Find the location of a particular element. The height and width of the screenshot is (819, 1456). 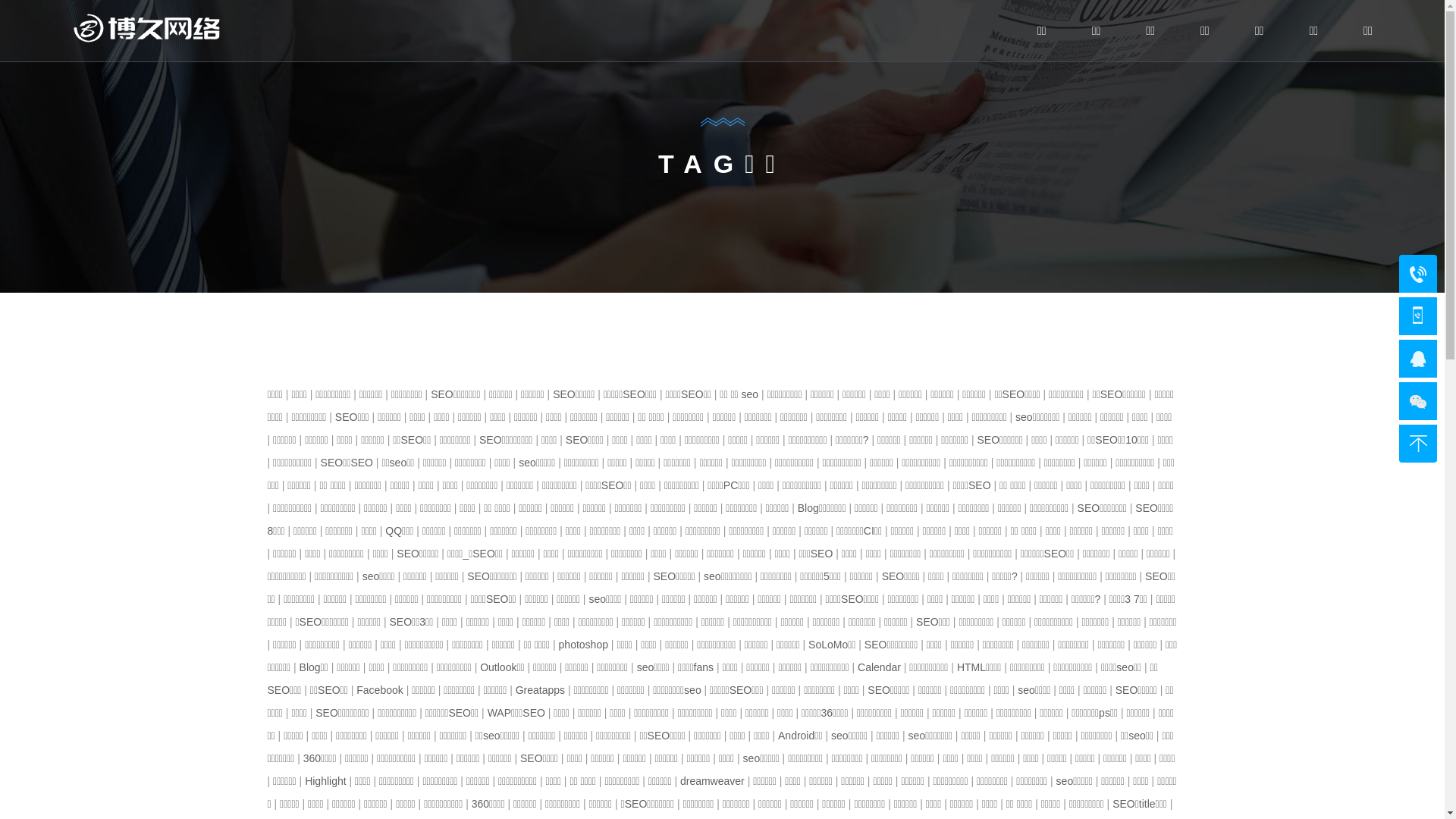

'Calendar' is located at coordinates (879, 666).